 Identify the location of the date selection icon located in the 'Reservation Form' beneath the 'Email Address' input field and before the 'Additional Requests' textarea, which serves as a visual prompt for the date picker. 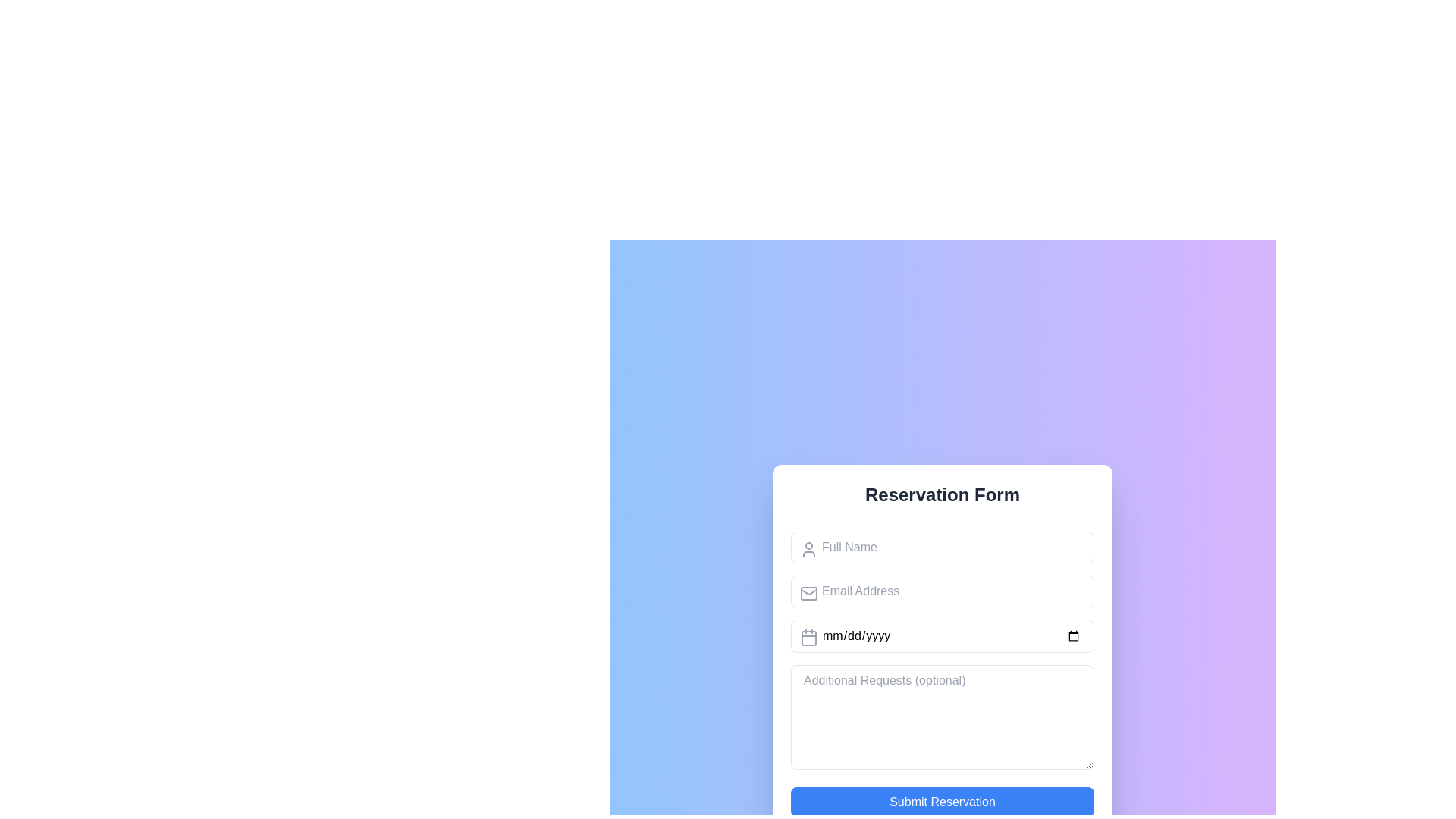
(808, 637).